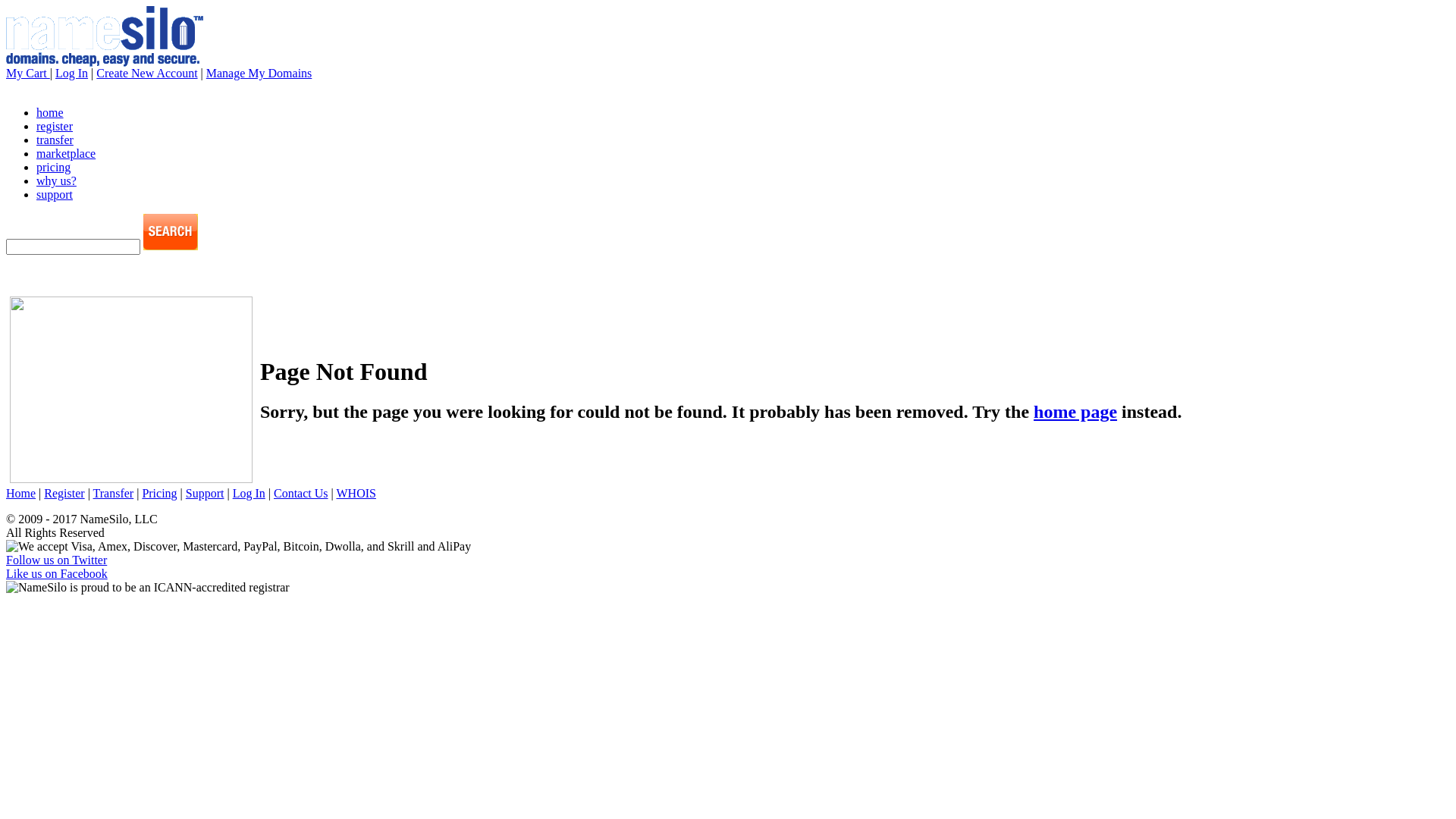  I want to click on 'NameSilo is proud to be an ICANN-accredited registrar', so click(6, 587).